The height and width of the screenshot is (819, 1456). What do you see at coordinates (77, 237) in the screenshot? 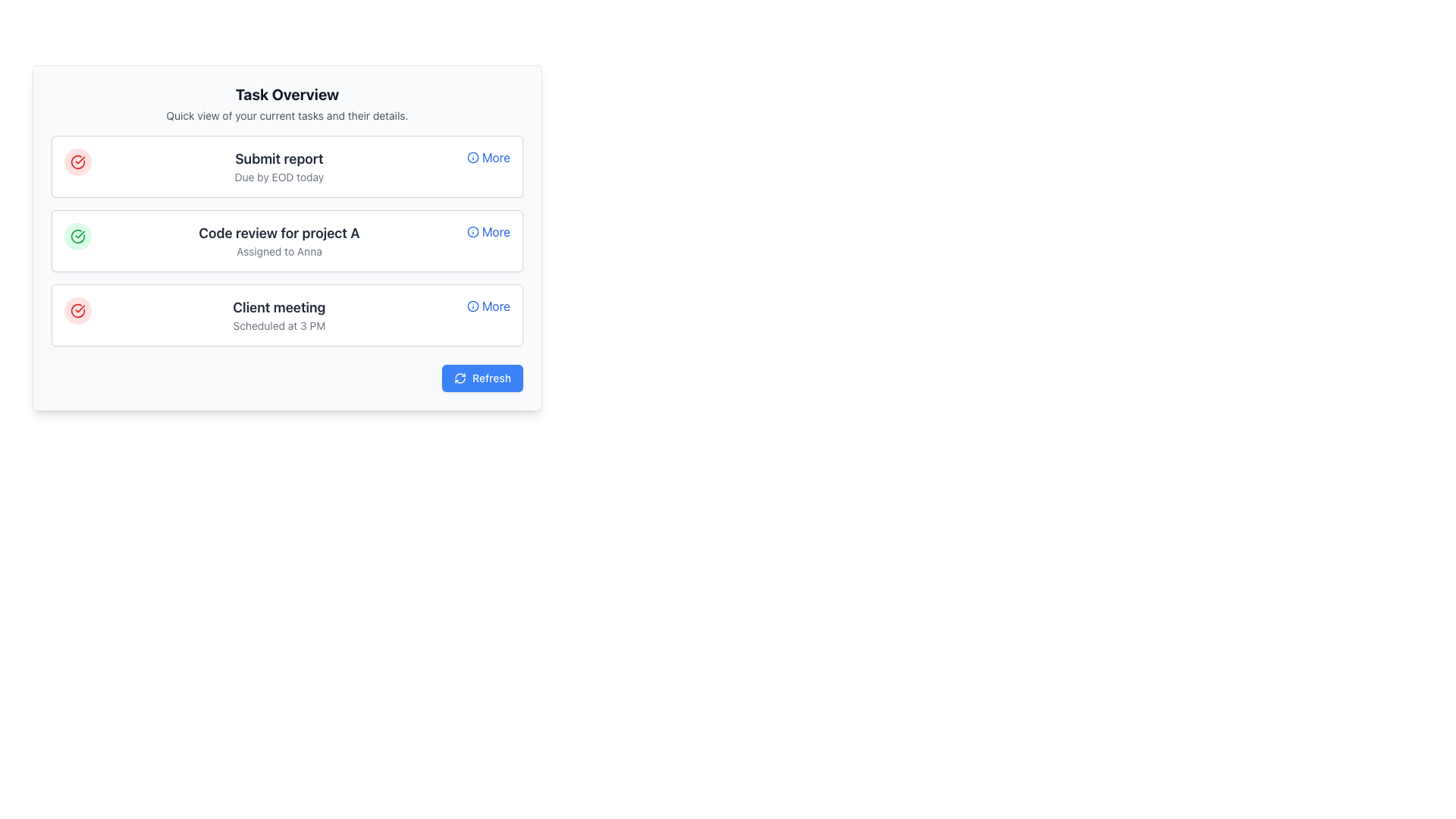
I see `the circular outline icon with a green stroke located on the left side of the second list item corresponding to the task 'Code review for project A.'` at bounding box center [77, 237].